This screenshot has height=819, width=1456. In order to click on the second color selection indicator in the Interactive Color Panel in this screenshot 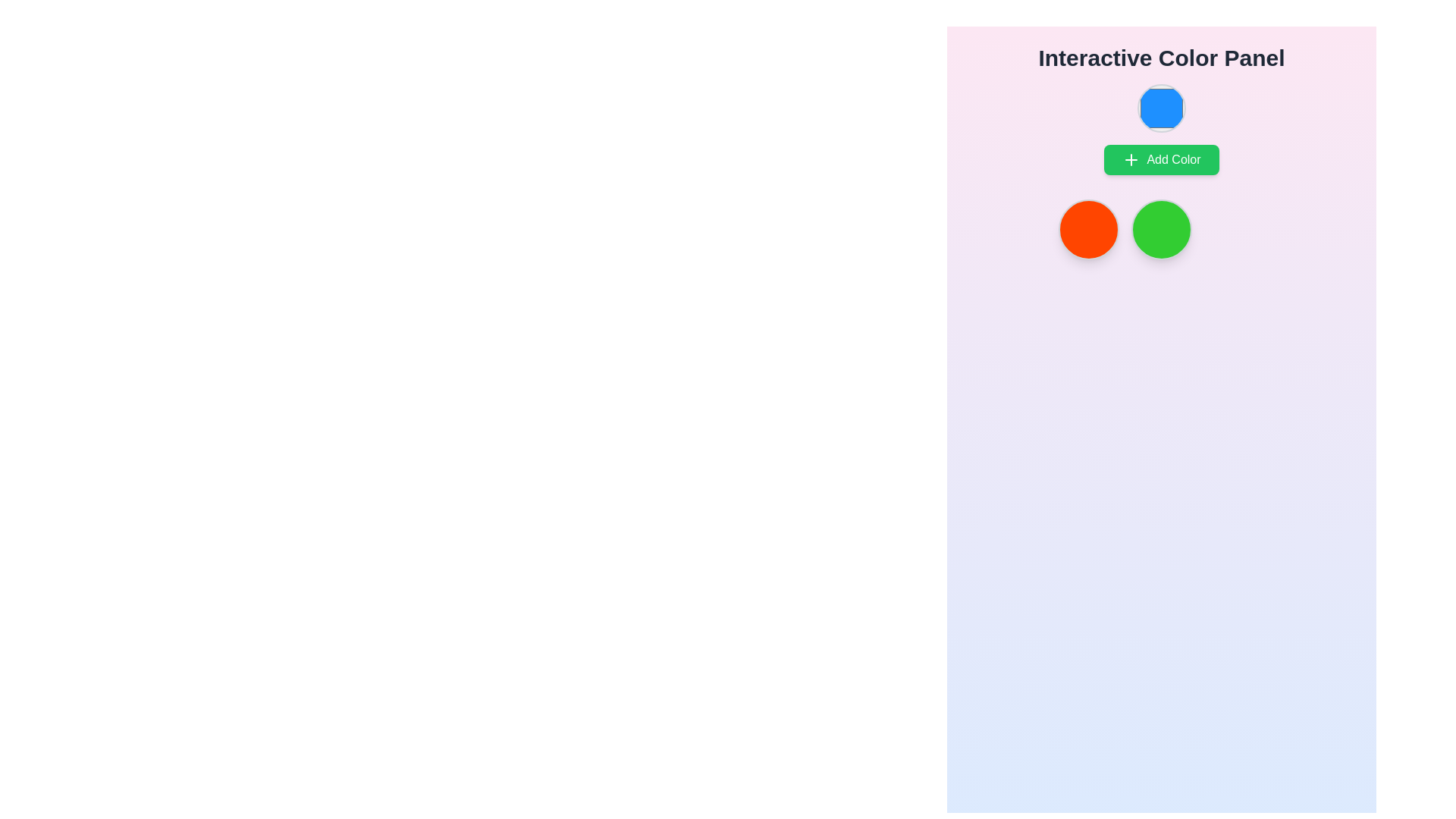, I will do `click(1160, 230)`.